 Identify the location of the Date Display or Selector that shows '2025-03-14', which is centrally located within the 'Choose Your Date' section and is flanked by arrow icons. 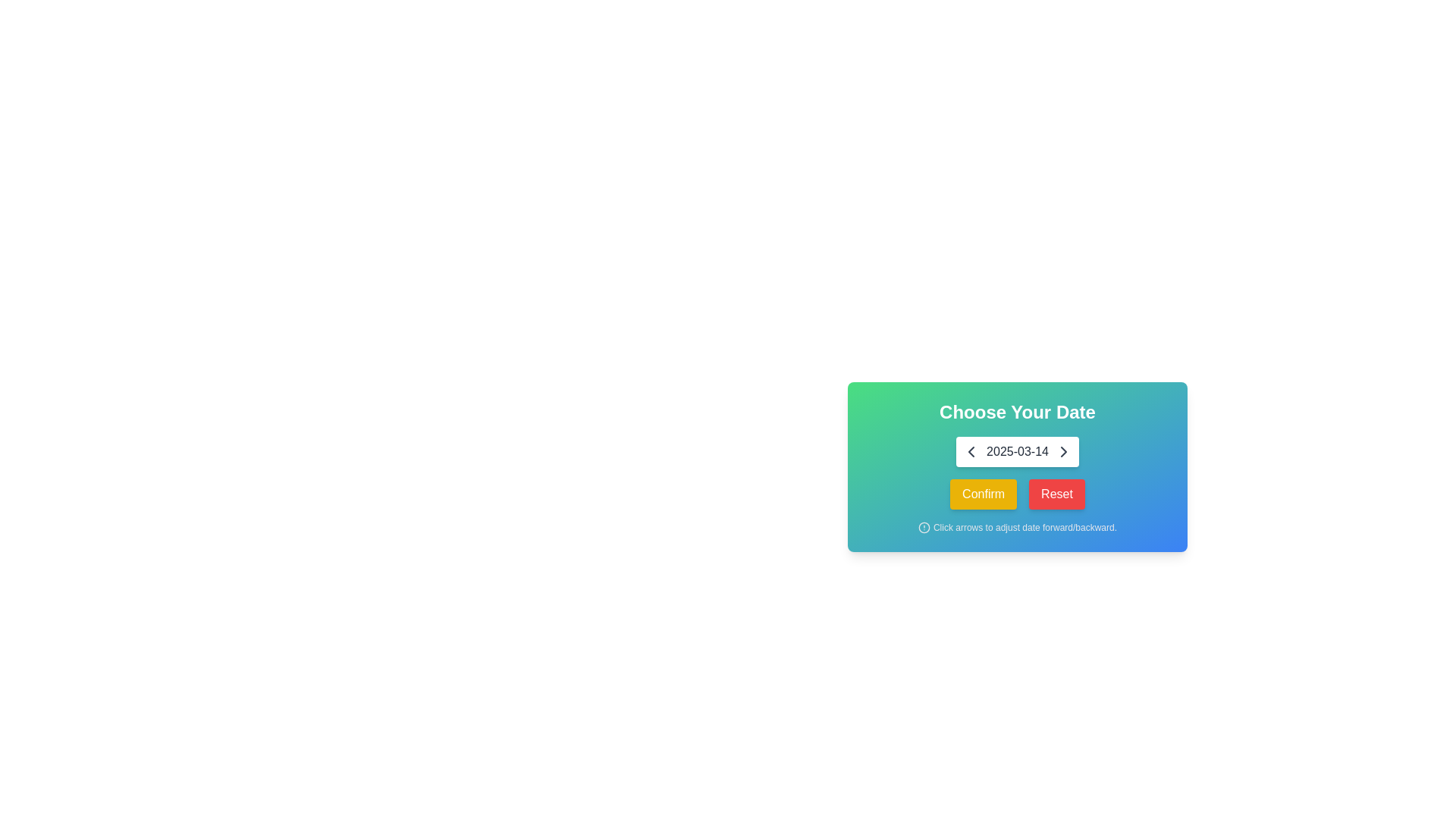
(1018, 451).